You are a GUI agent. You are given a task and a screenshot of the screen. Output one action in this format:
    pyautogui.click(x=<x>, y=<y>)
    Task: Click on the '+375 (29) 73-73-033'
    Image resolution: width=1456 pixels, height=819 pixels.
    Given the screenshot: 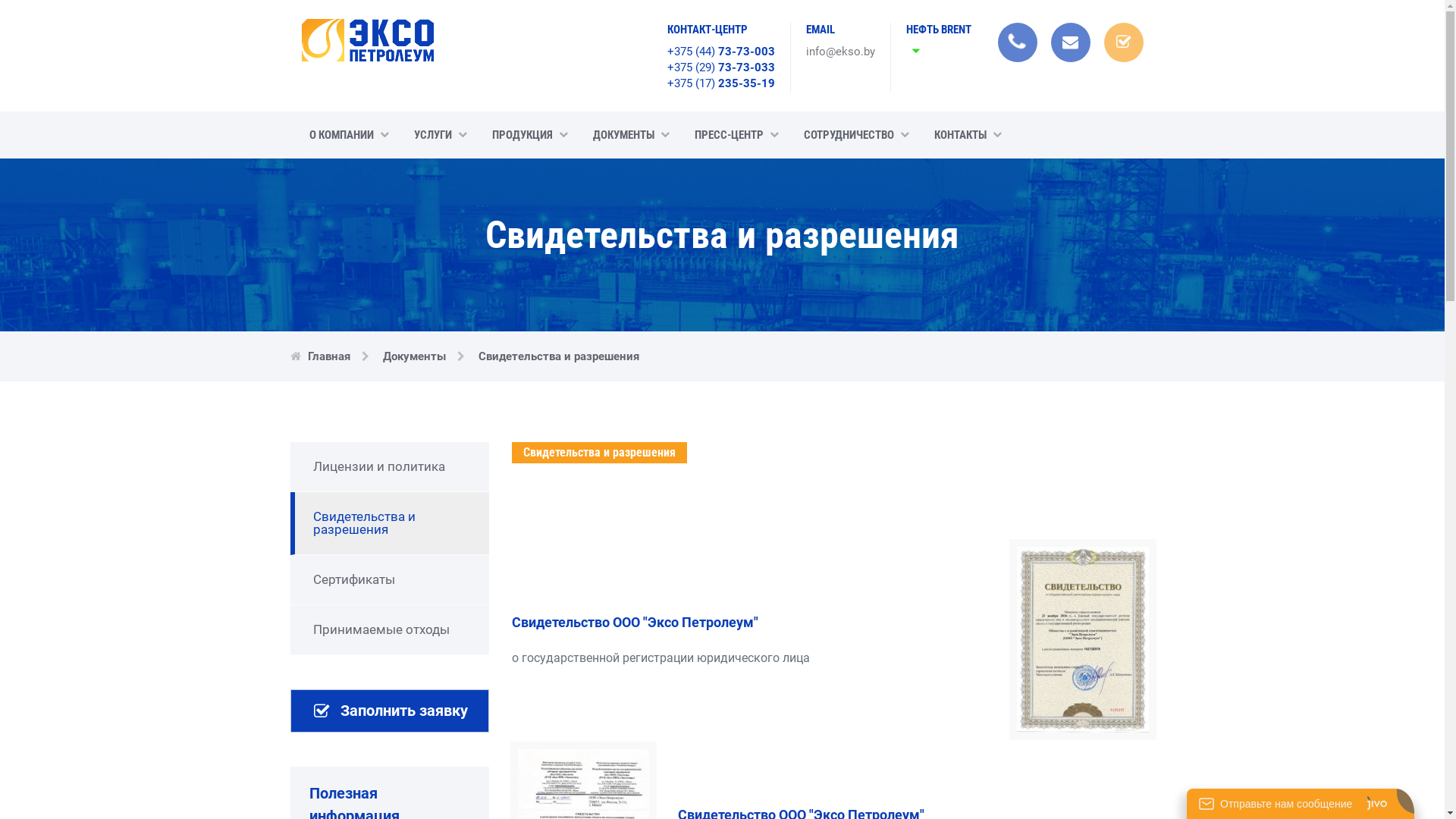 What is the action you would take?
    pyautogui.click(x=720, y=66)
    